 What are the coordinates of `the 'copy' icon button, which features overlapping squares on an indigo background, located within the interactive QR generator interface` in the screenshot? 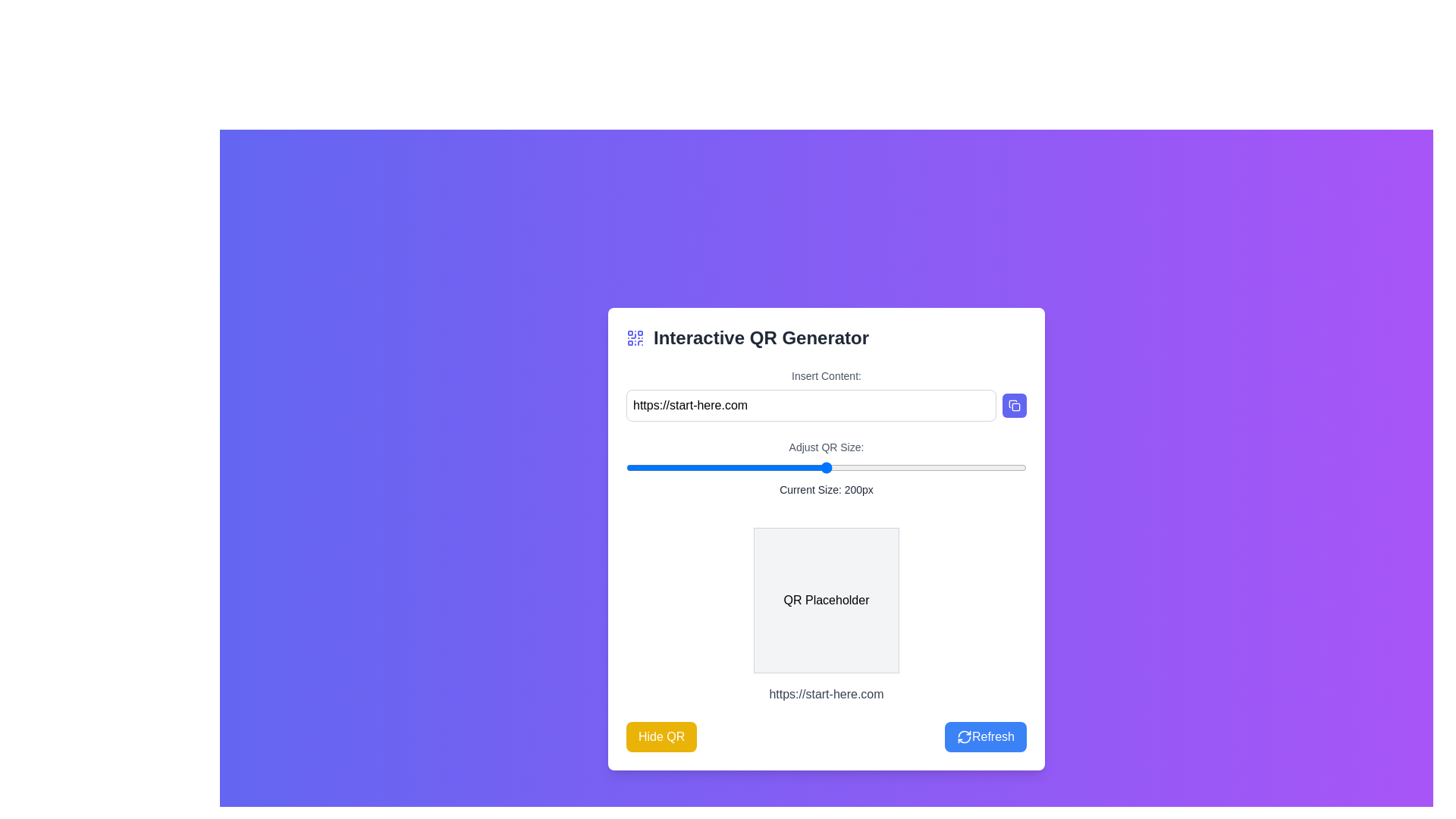 It's located at (1015, 405).